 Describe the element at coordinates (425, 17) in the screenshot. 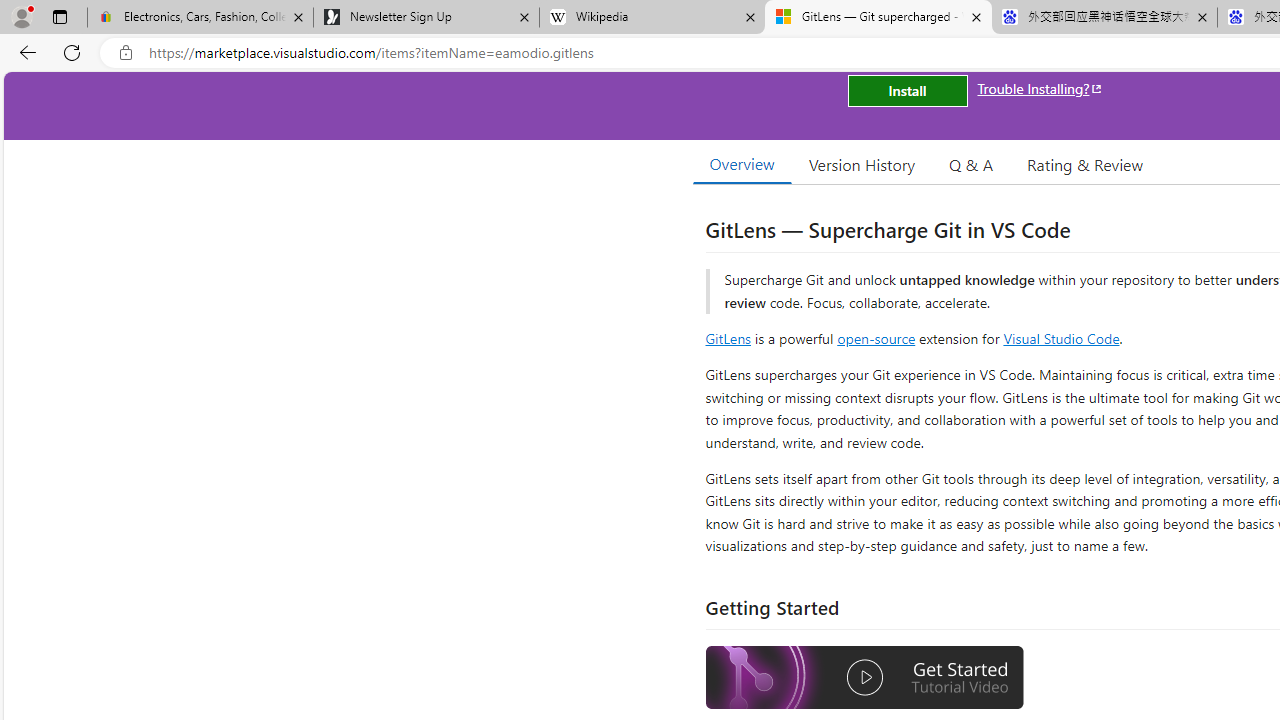

I see `'Newsletter Sign Up'` at that location.